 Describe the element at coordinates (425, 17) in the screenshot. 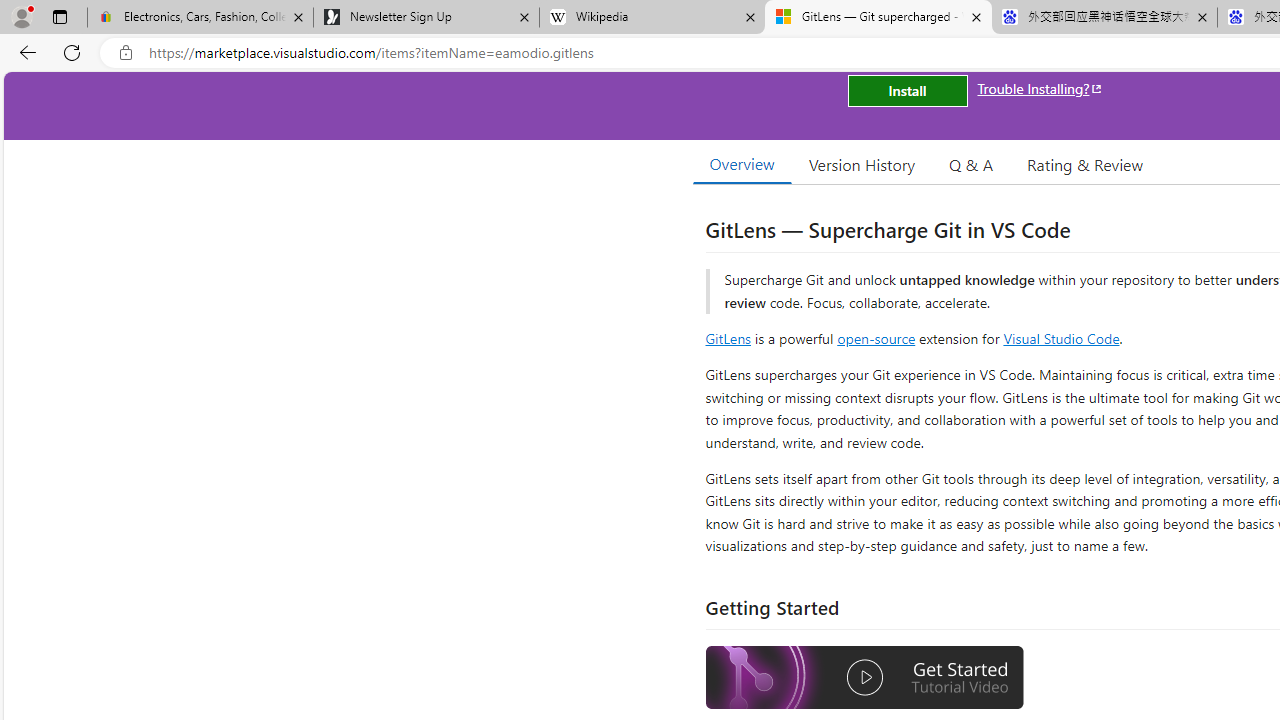

I see `'Newsletter Sign Up'` at that location.